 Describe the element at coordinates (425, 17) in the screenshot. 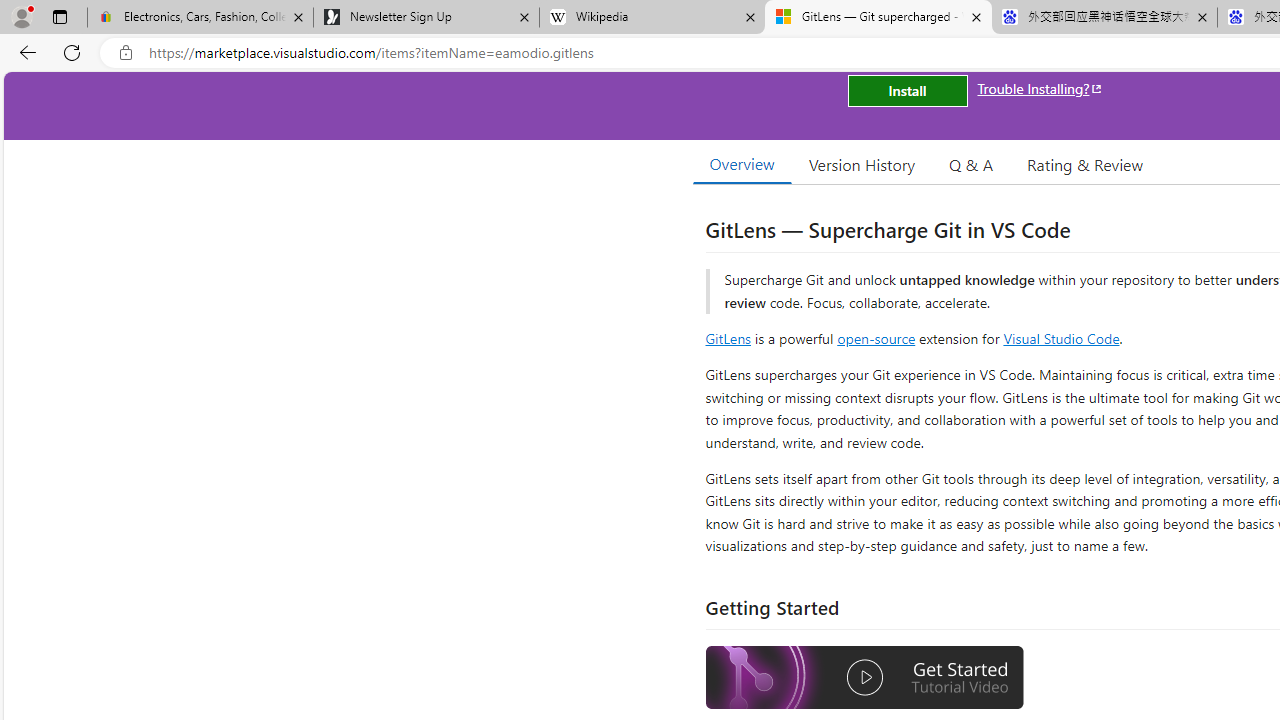

I see `'Newsletter Sign Up'` at that location.